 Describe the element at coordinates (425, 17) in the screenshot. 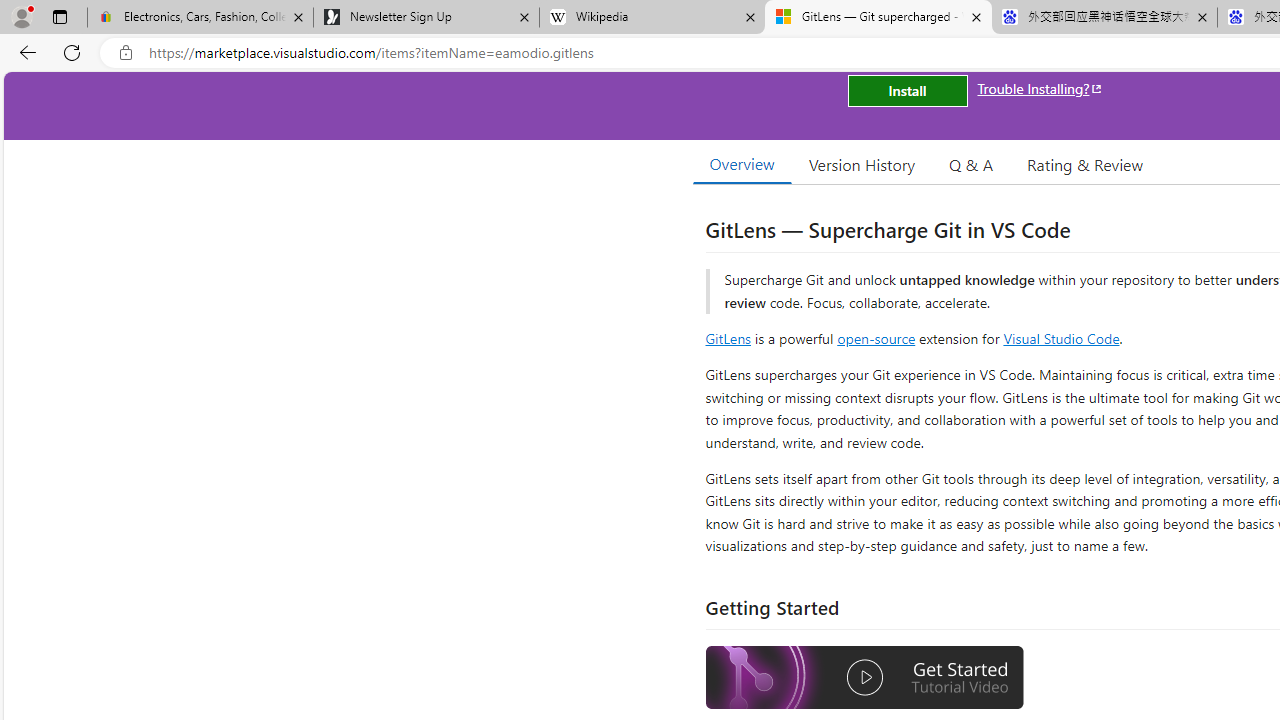

I see `'Newsletter Sign Up'` at that location.